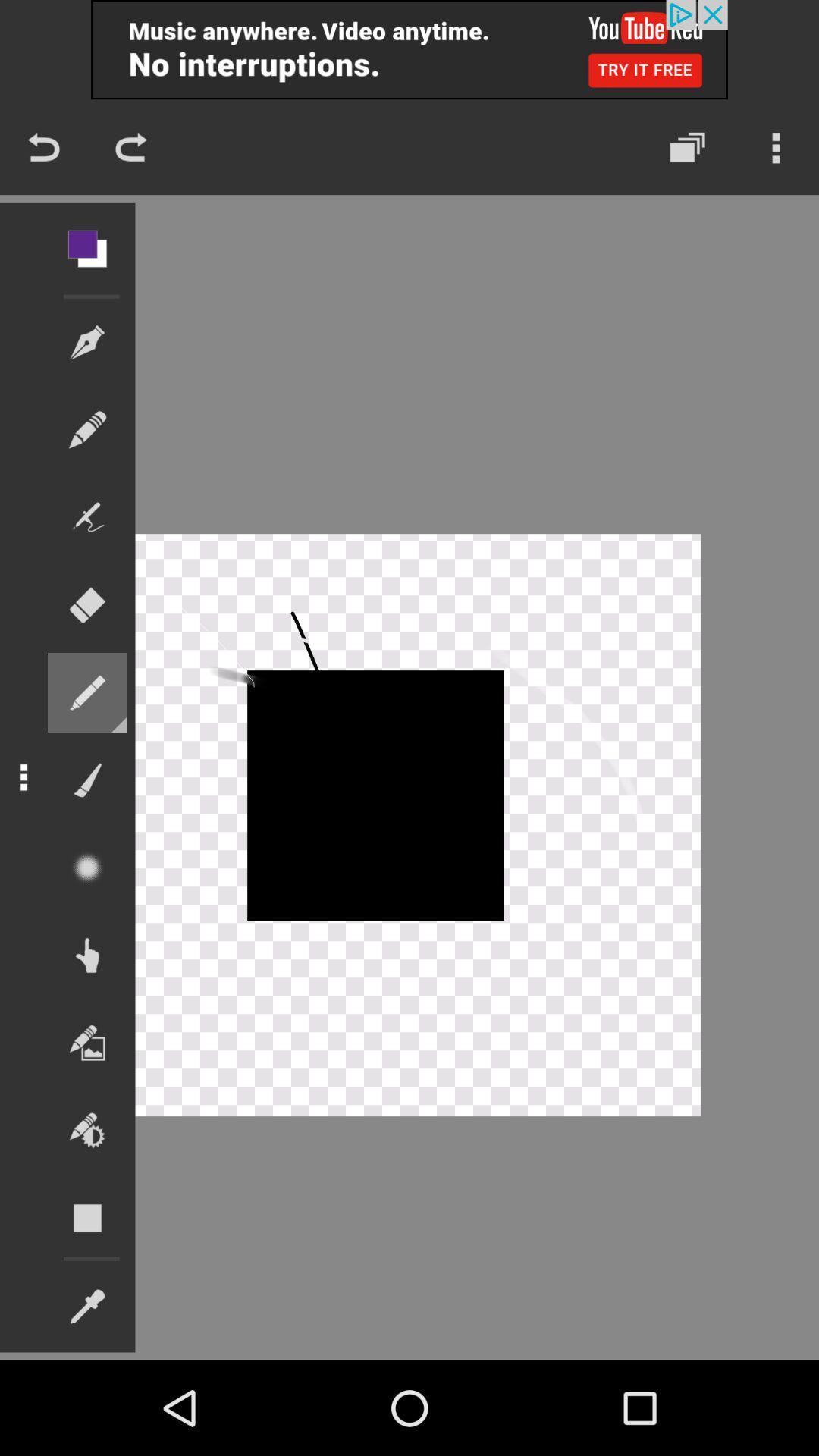 This screenshot has height=1456, width=819. I want to click on the more icon, so click(24, 777).